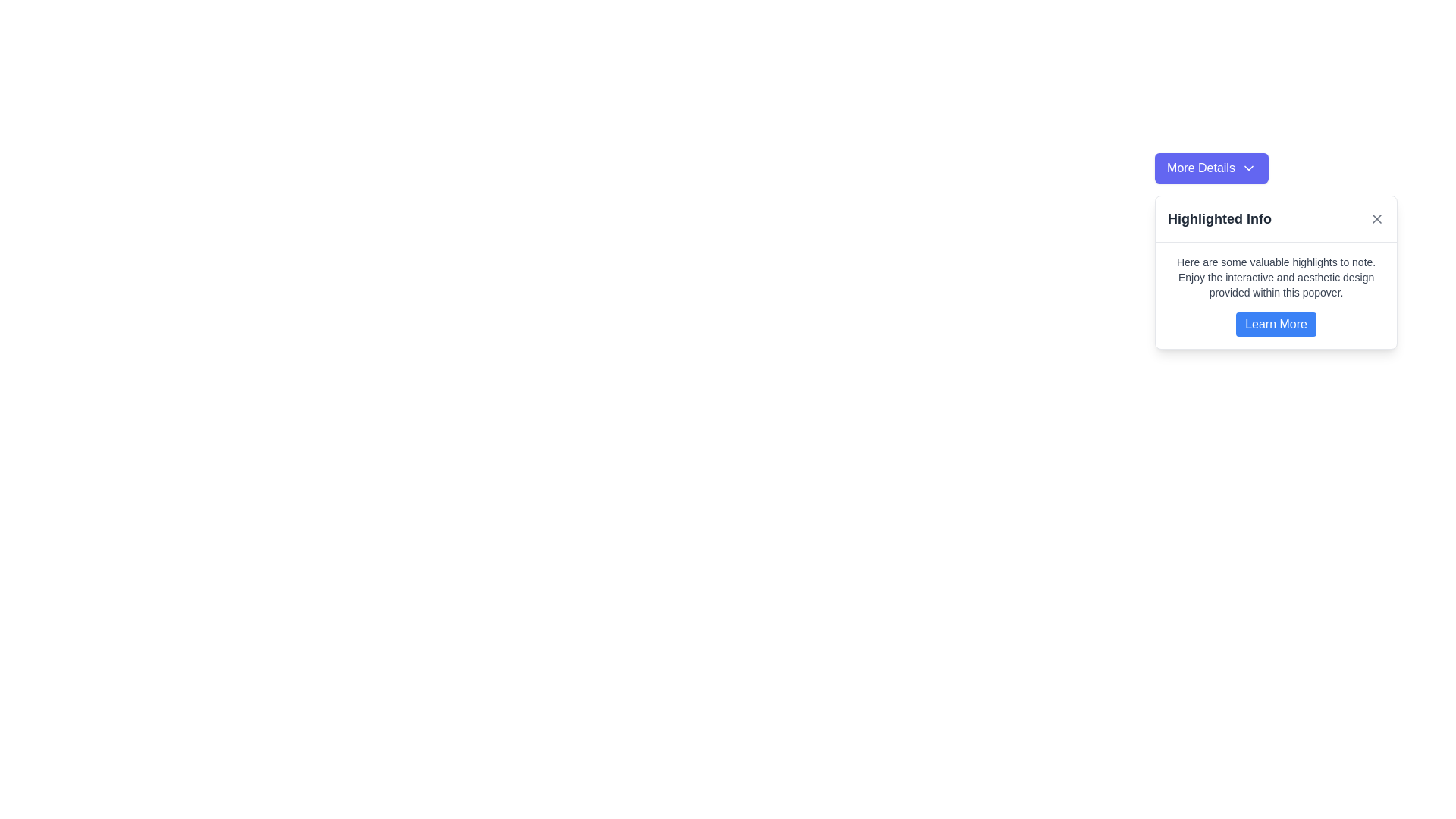 The width and height of the screenshot is (1456, 819). Describe the element at coordinates (1219, 219) in the screenshot. I see `the bold, large-sized text label that reads 'Highlighted Info', which is prominently styled and located at the top portion of a popover component, to the right of the 'More Details' button` at that location.